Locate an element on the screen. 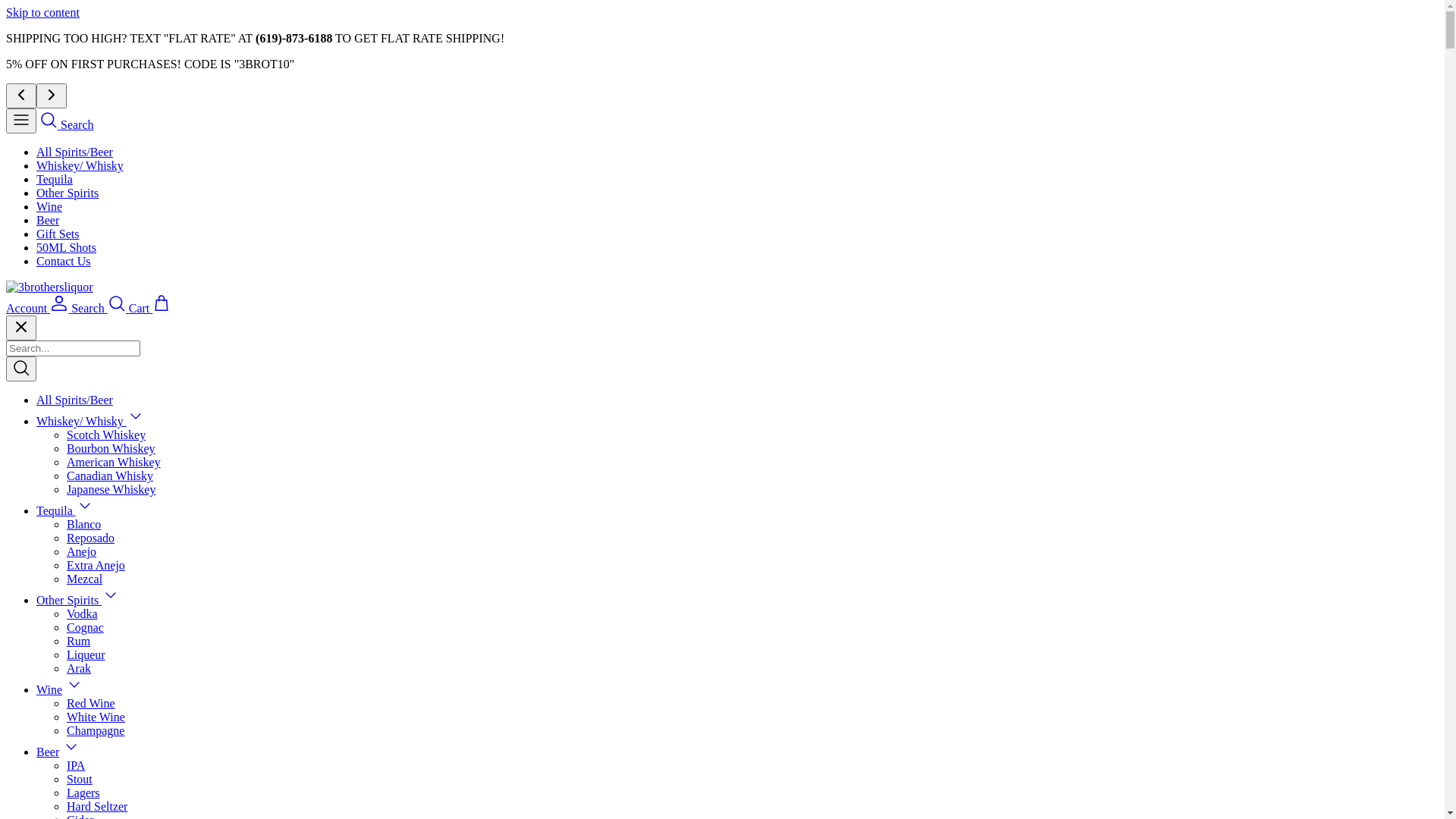 This screenshot has width=1456, height=819. '3brothersliquor' is located at coordinates (6, 287).